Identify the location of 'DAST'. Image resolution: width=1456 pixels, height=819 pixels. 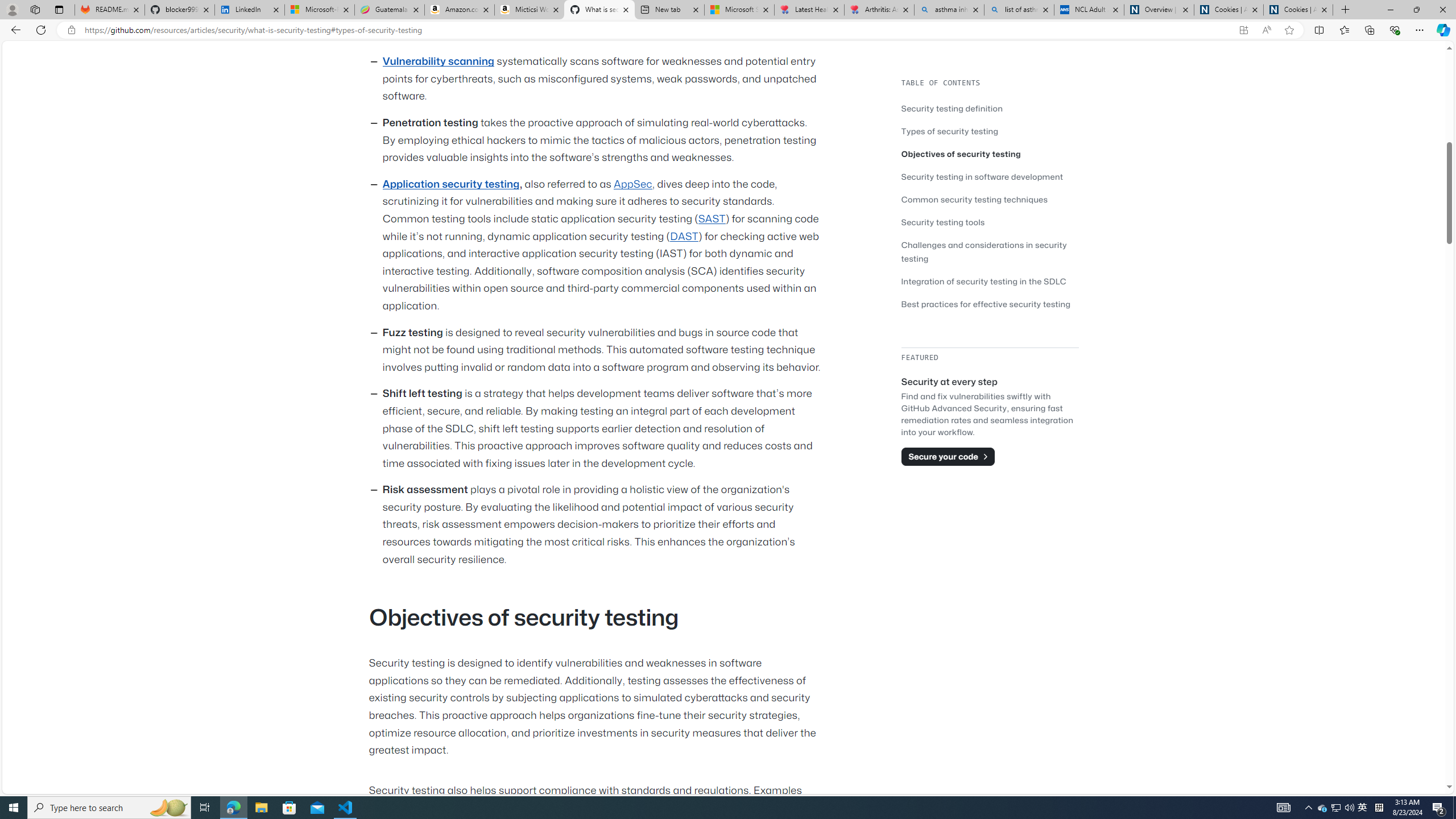
(684, 236).